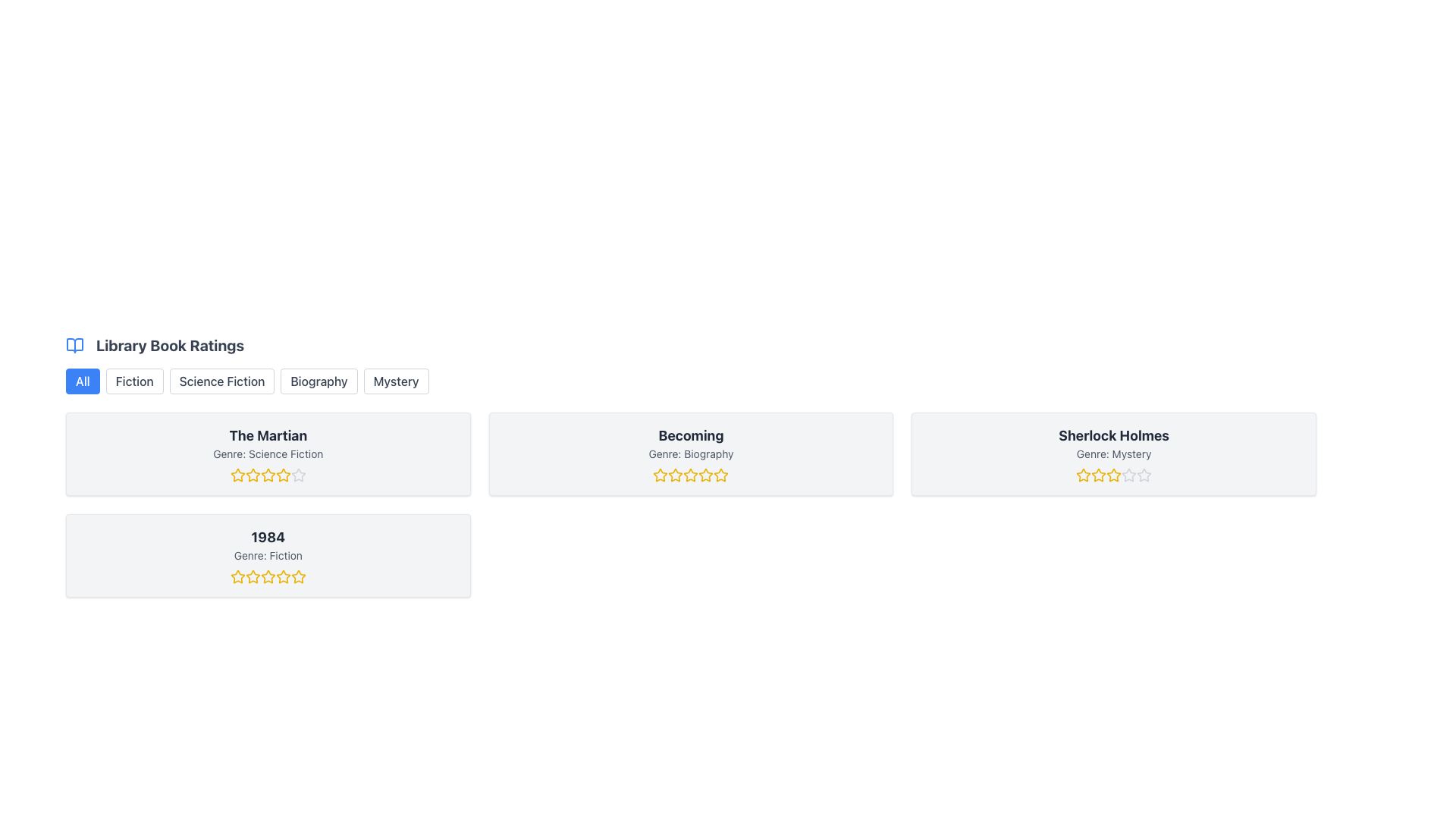 The image size is (1456, 819). I want to click on the fifth star icon in the rating system for the book 'Sherlock Holmes', so click(1129, 475).